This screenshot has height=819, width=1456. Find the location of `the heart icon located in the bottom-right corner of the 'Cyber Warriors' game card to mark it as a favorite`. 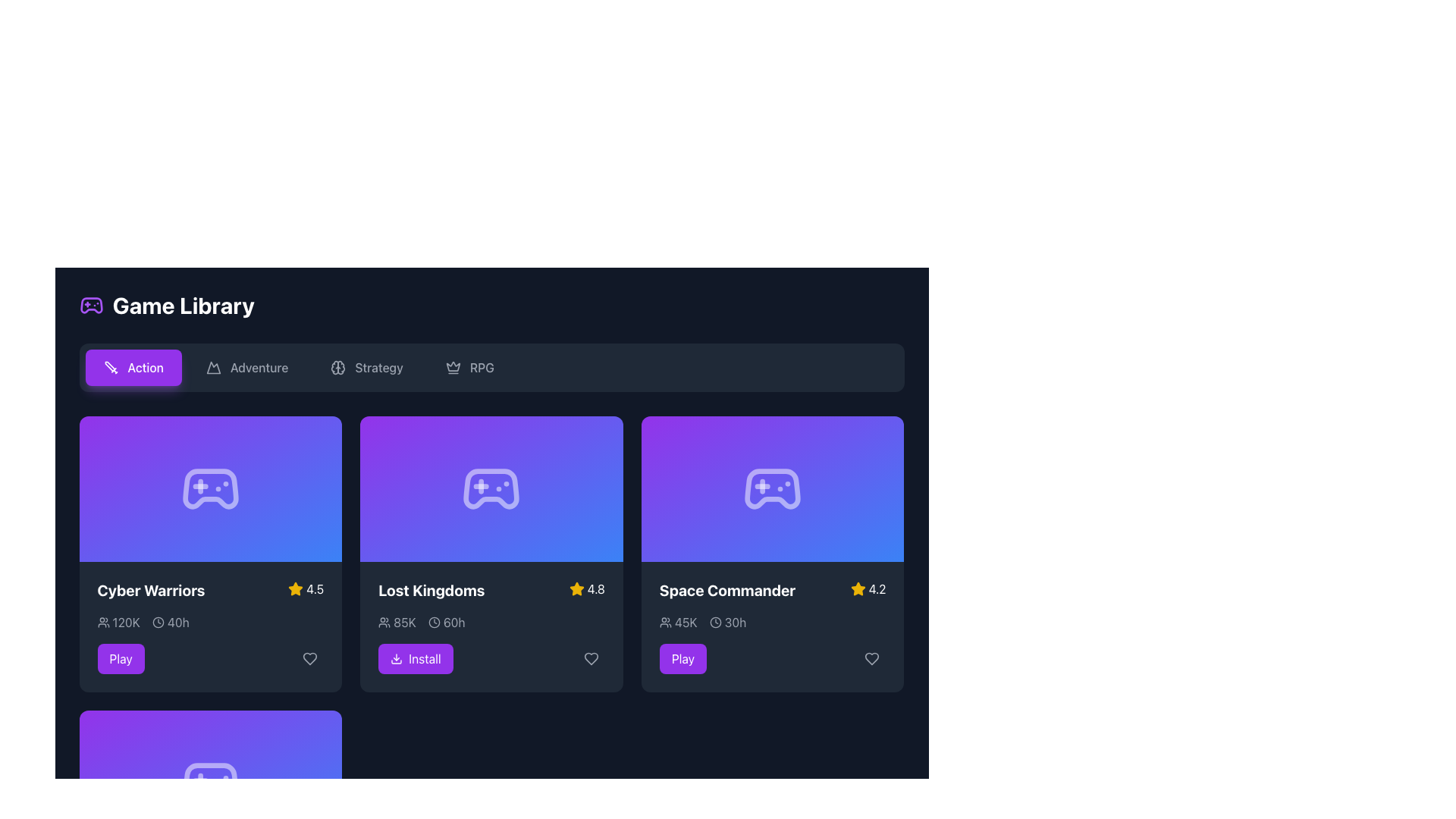

the heart icon located in the bottom-right corner of the 'Cyber Warriors' game card to mark it as a favorite is located at coordinates (309, 657).